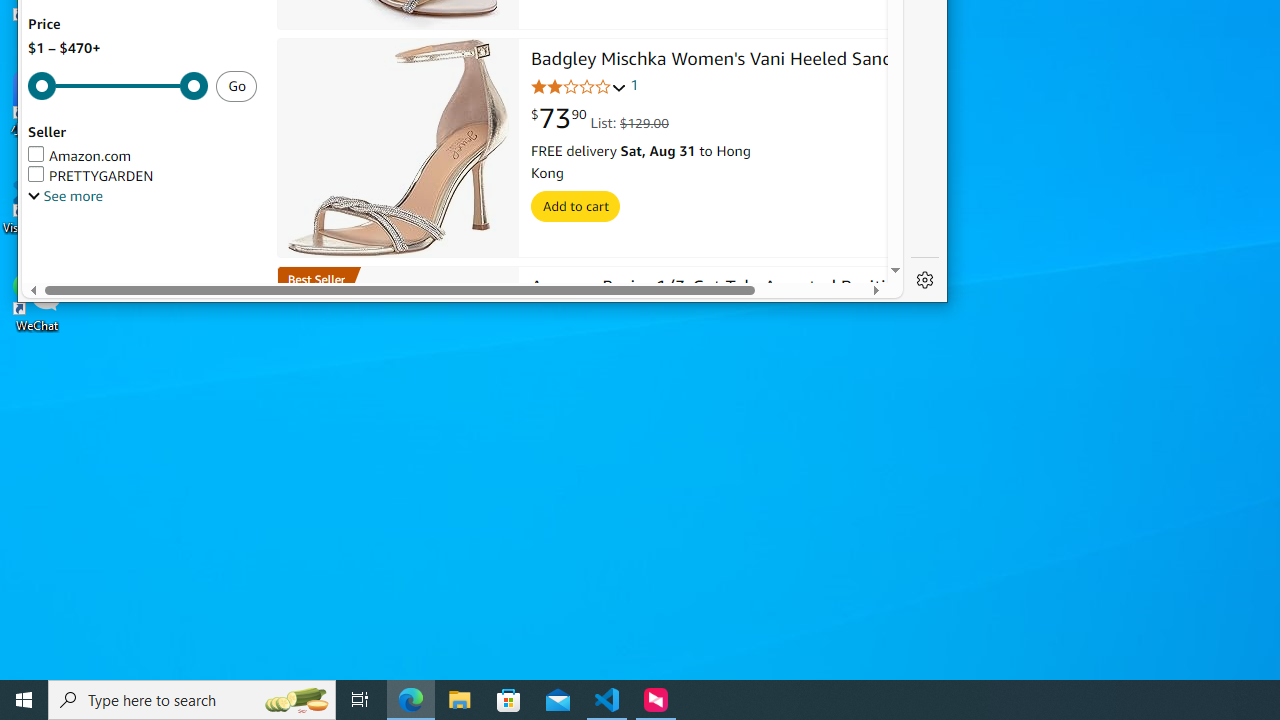 This screenshot has width=1280, height=720. Describe the element at coordinates (24, 698) in the screenshot. I see `'Start'` at that location.